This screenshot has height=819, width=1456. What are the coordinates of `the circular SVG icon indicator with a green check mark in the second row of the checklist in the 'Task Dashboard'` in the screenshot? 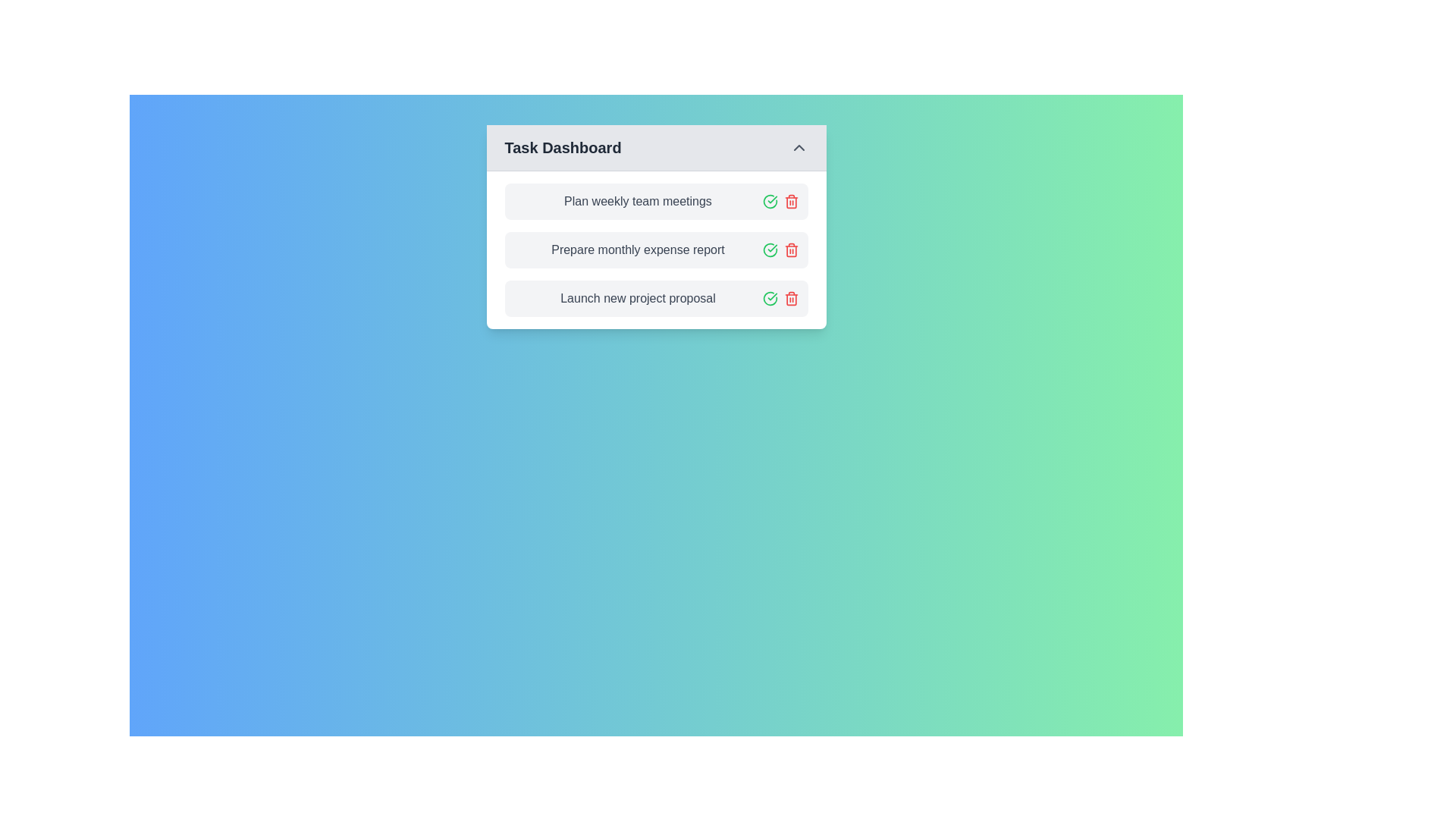 It's located at (770, 201).